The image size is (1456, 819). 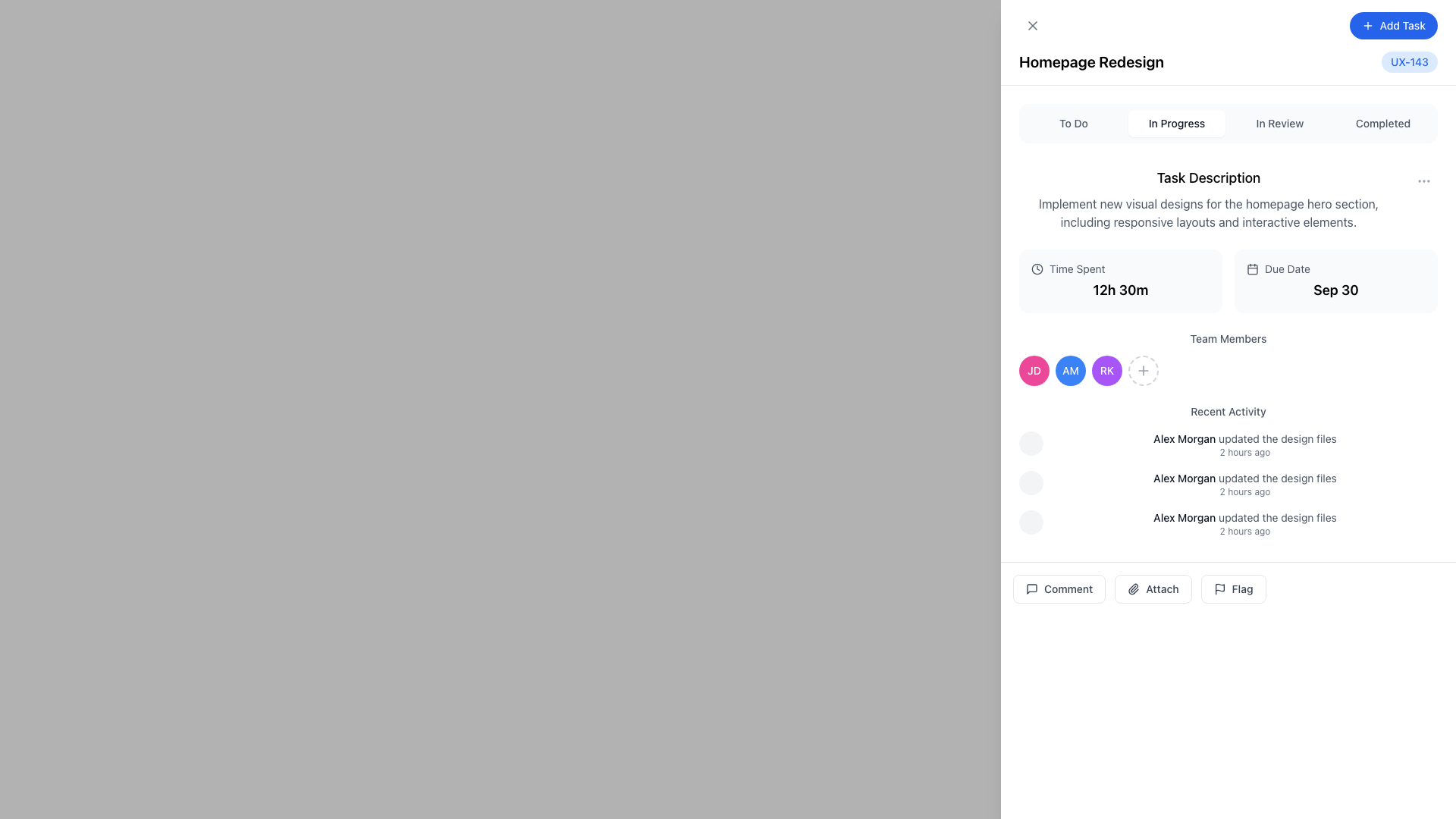 I want to click on the flag button located in the lower horizontal row of buttons, positioned to the right of 'Attach', to flag the content, so click(x=1233, y=588).